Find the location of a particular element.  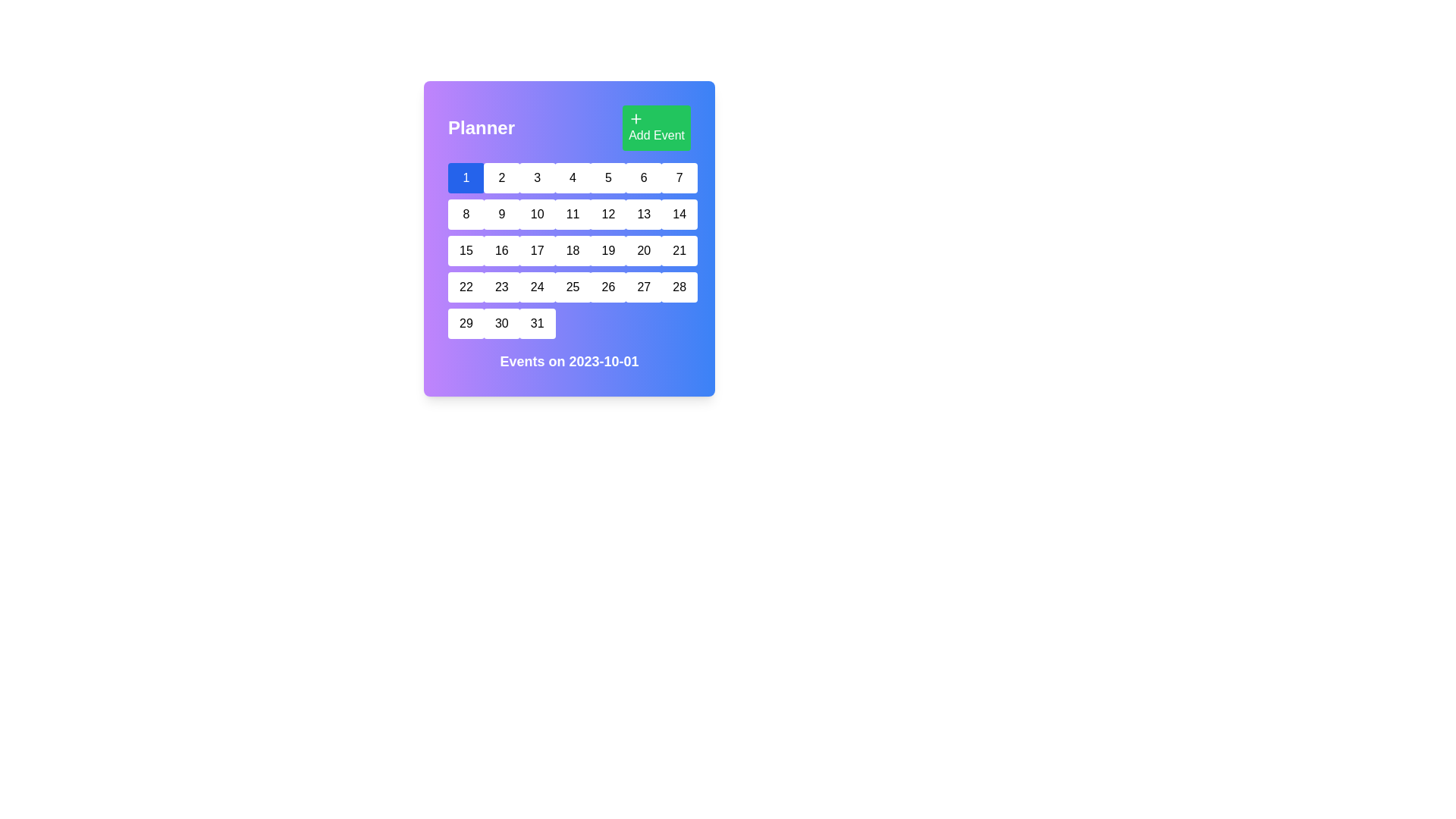

the button labeled '16' located in the third row and second column of the calendar-style widget is located at coordinates (501, 250).